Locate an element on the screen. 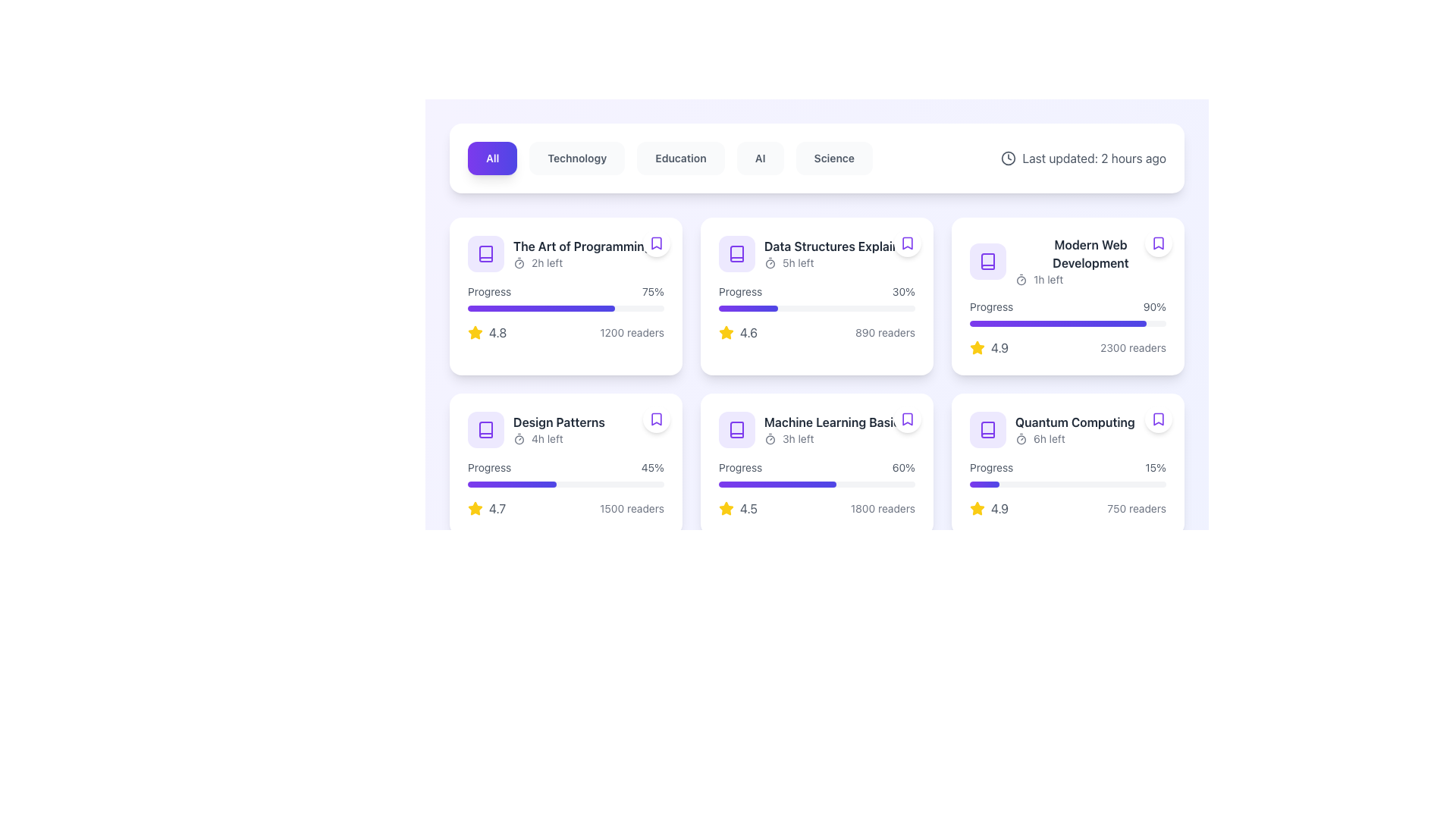 This screenshot has height=819, width=1456. the text label indicating the purpose of the associated progress bar, located in the upper-middle left section of the second card from the left in the top row of the grid layout is located at coordinates (740, 292).